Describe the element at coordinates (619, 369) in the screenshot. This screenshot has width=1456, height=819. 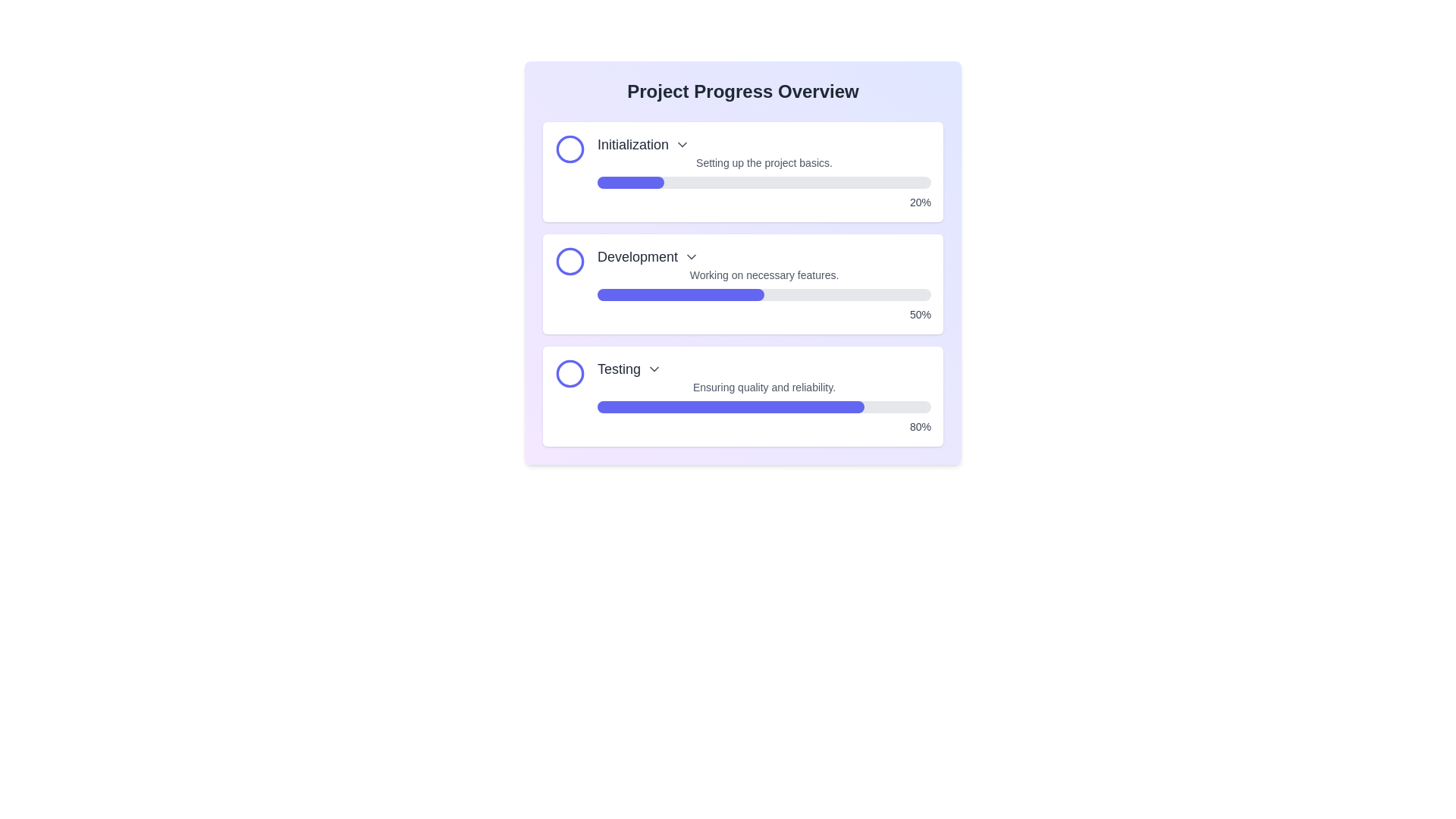
I see `the text label displaying 'Testing' to initiate related actions or navigation` at that location.